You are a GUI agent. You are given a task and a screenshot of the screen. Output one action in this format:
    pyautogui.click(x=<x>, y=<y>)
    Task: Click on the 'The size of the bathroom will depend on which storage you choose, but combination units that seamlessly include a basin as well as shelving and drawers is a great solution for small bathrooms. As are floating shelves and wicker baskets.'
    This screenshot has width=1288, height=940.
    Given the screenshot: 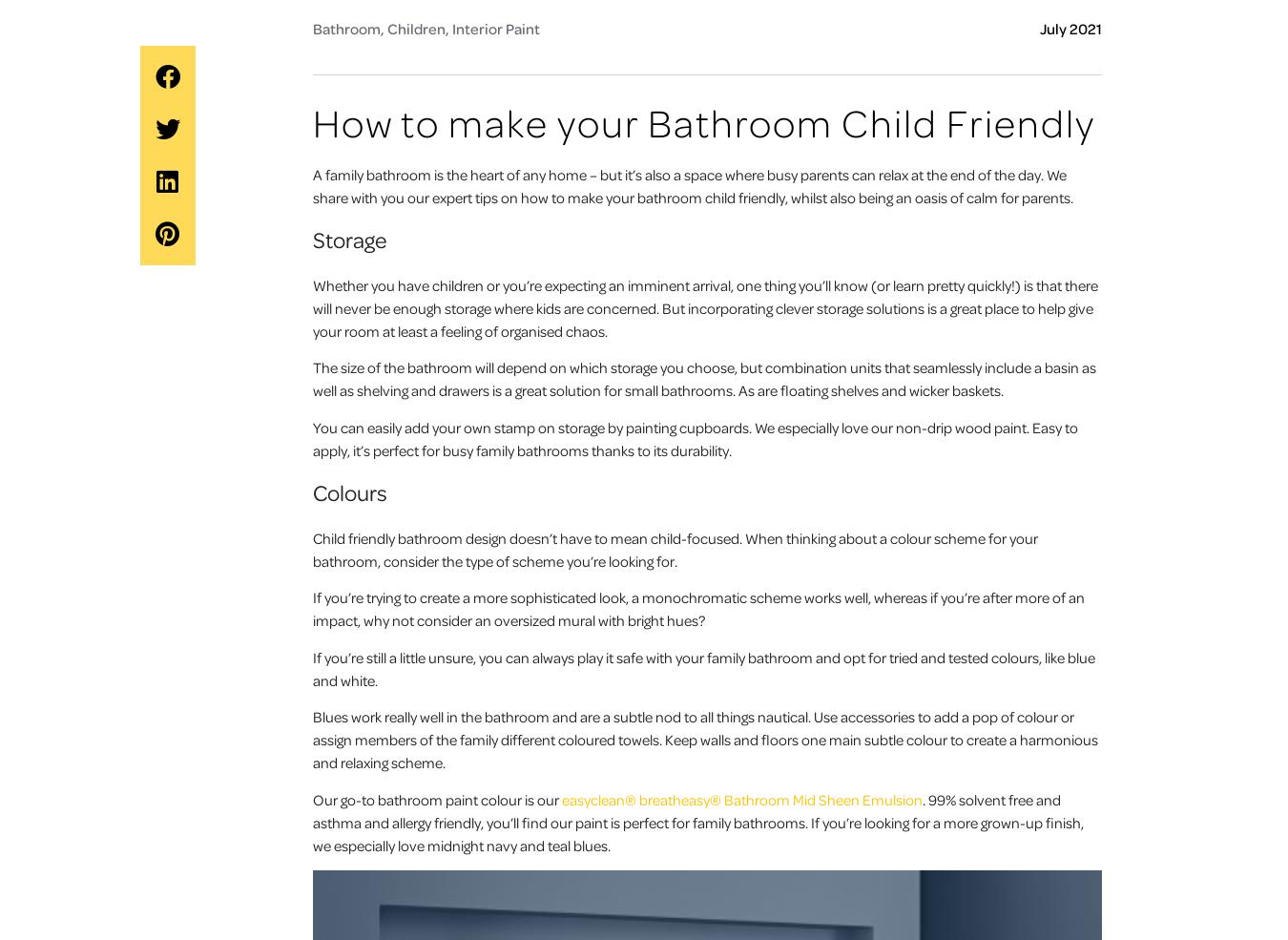 What is the action you would take?
    pyautogui.click(x=312, y=377)
    